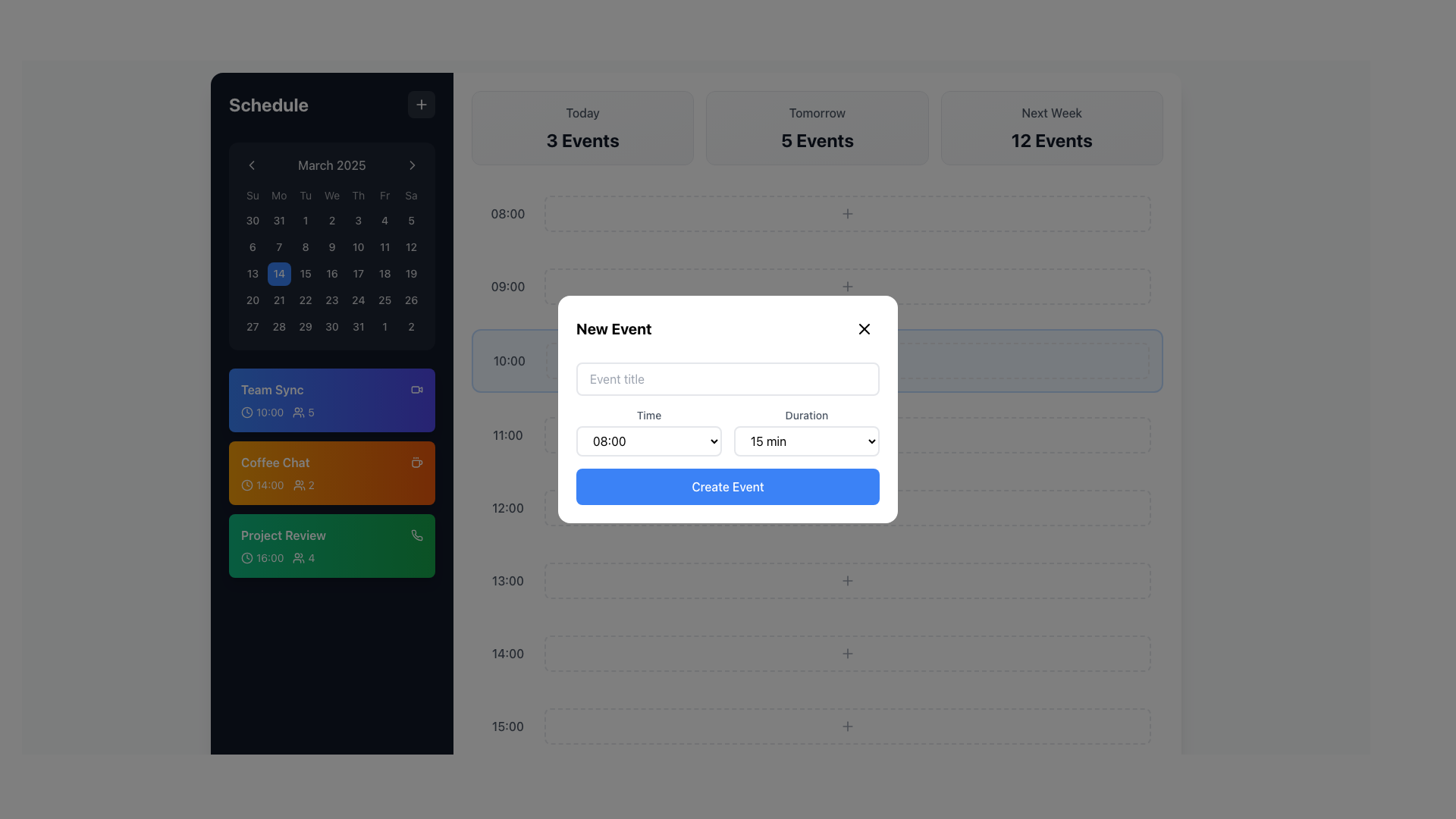 This screenshot has height=819, width=1456. What do you see at coordinates (253, 195) in the screenshot?
I see `the Text element displaying 'Su' in light gray color, located at the top-left corner of a calendar header row` at bounding box center [253, 195].